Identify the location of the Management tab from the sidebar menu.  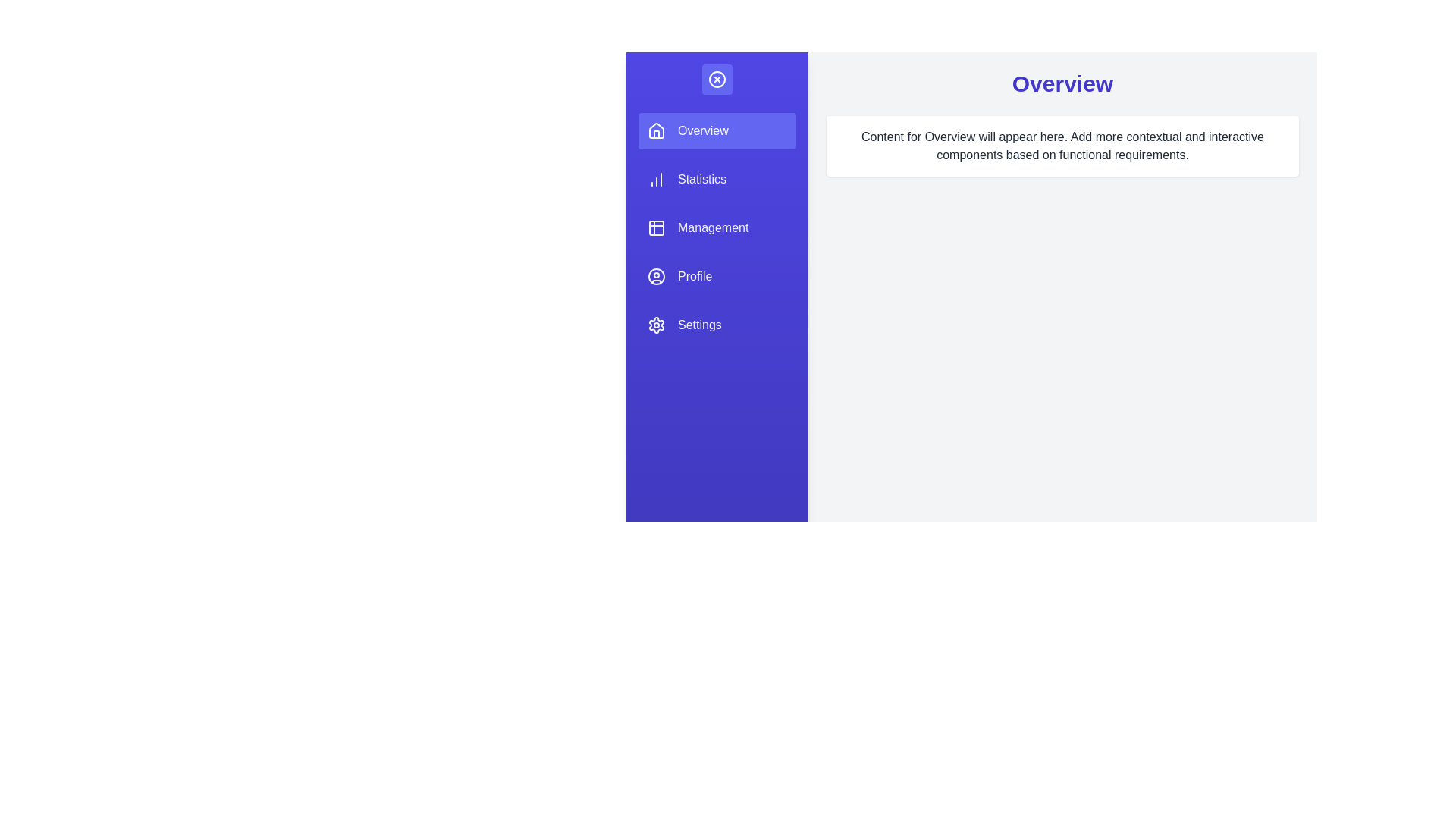
(716, 227).